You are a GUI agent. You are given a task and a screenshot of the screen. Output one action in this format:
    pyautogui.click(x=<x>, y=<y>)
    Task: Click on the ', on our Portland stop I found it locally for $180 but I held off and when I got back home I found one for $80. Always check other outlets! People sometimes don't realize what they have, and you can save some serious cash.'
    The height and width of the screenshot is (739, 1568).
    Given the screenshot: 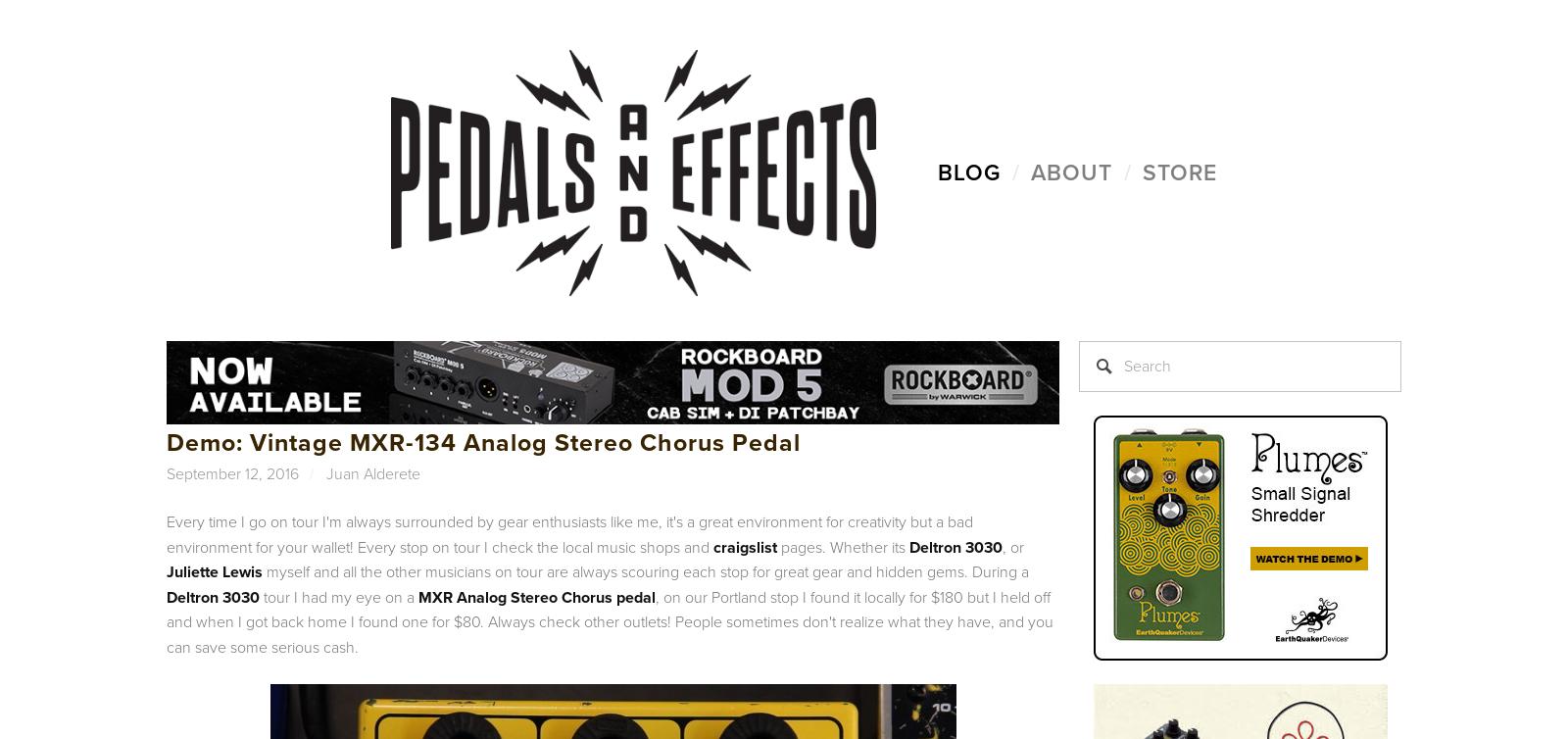 What is the action you would take?
    pyautogui.click(x=610, y=620)
    